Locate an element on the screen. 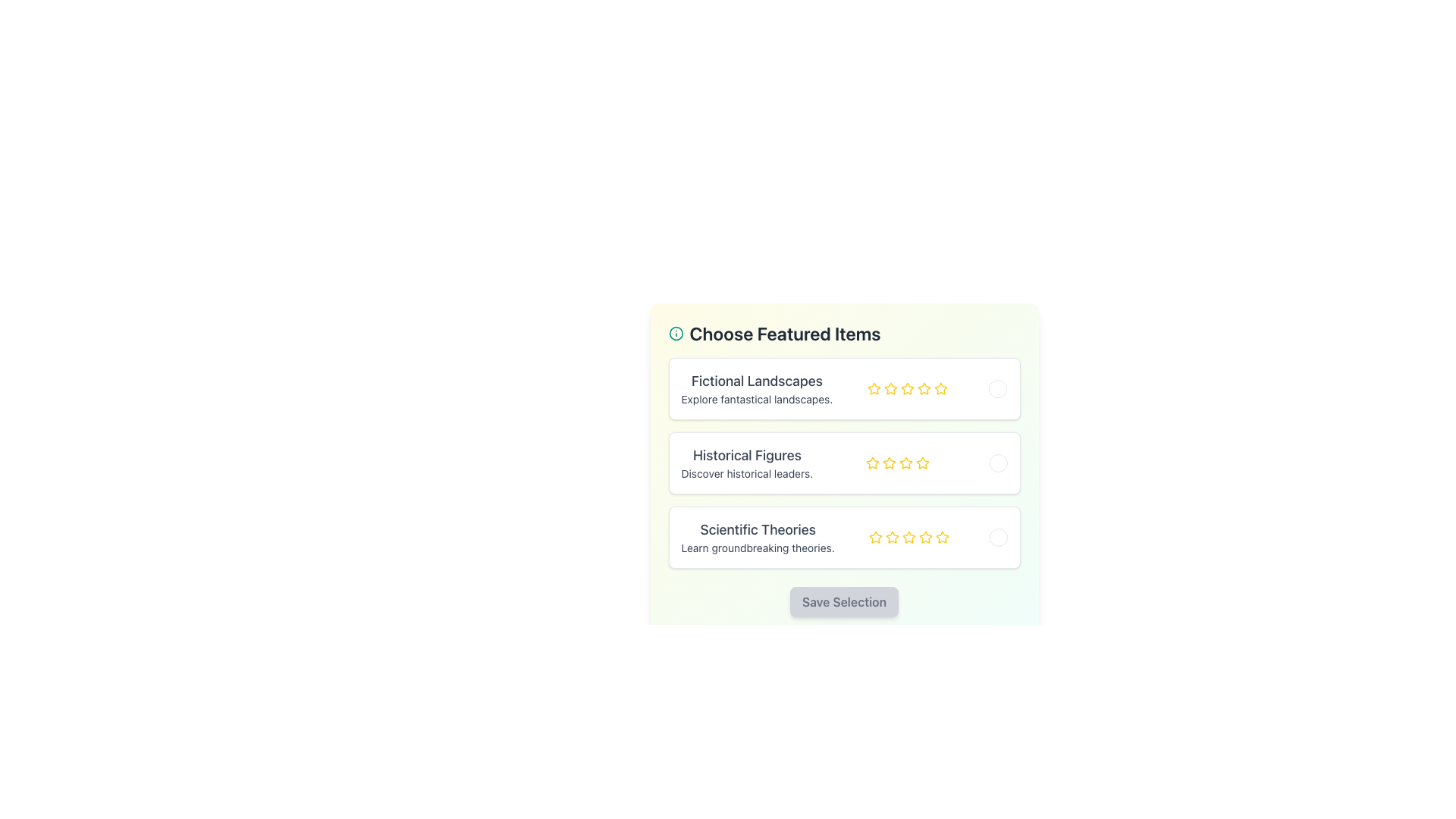  the fifth star icon (rightmost) in the row of rating stars for the item labeled 'Fictional Landscapes' to give a five-star rating is located at coordinates (940, 388).